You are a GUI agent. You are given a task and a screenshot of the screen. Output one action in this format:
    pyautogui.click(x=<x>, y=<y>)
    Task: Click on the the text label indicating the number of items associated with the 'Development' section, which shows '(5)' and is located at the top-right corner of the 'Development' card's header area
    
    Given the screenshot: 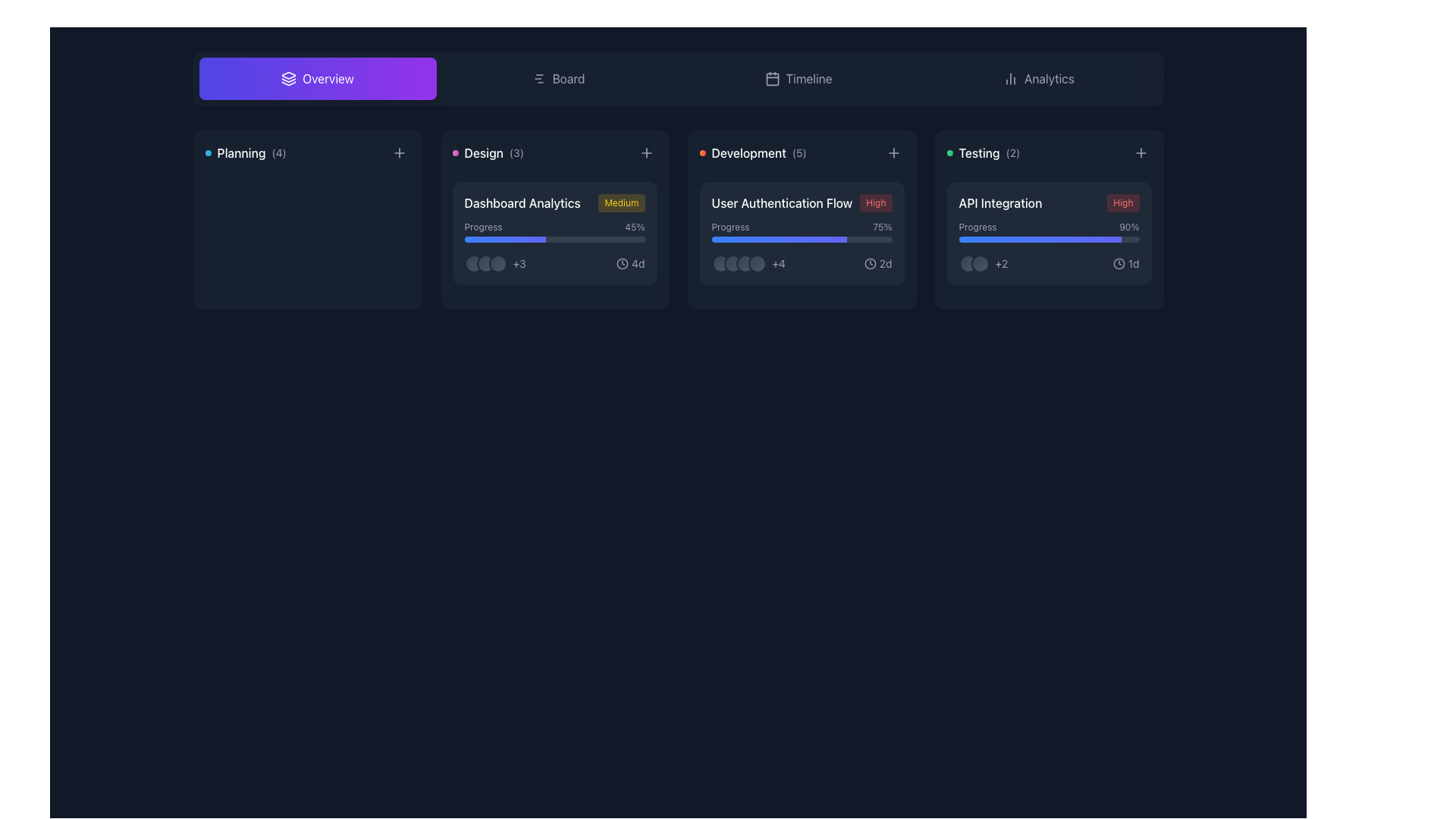 What is the action you would take?
    pyautogui.click(x=799, y=152)
    